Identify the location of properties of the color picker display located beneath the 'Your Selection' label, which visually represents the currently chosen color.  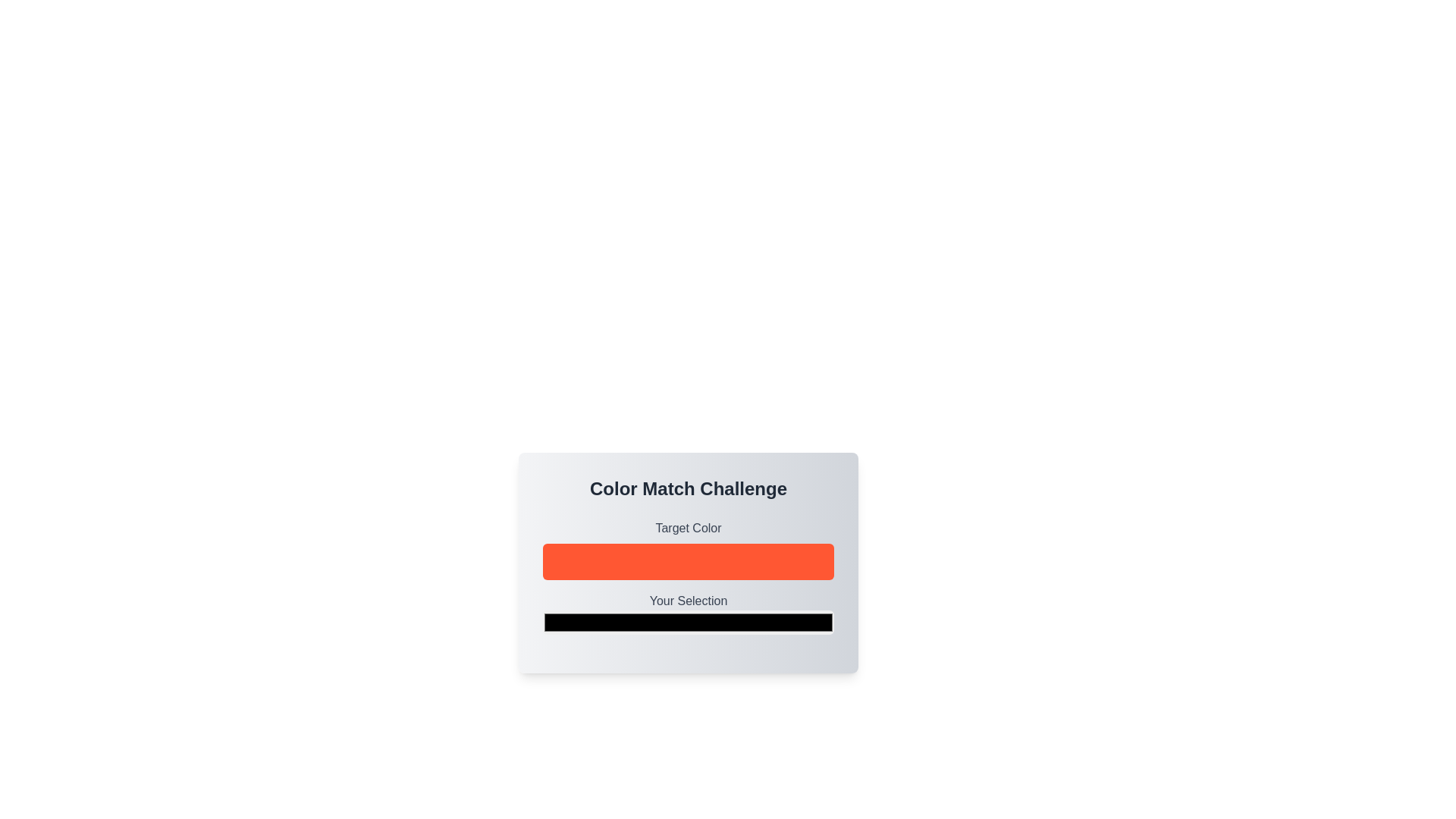
(687, 623).